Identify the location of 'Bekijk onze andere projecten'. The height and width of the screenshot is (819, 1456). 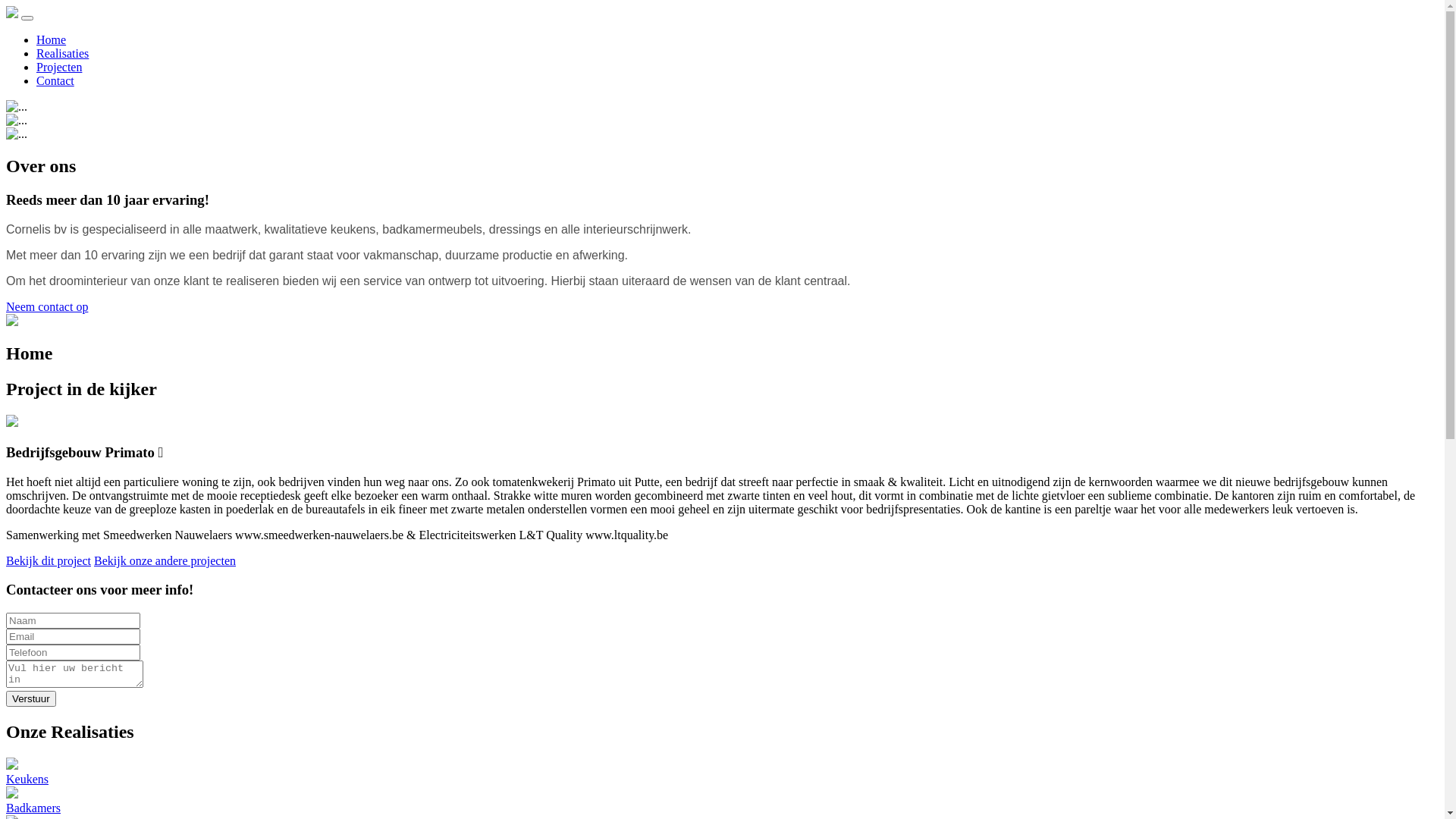
(165, 560).